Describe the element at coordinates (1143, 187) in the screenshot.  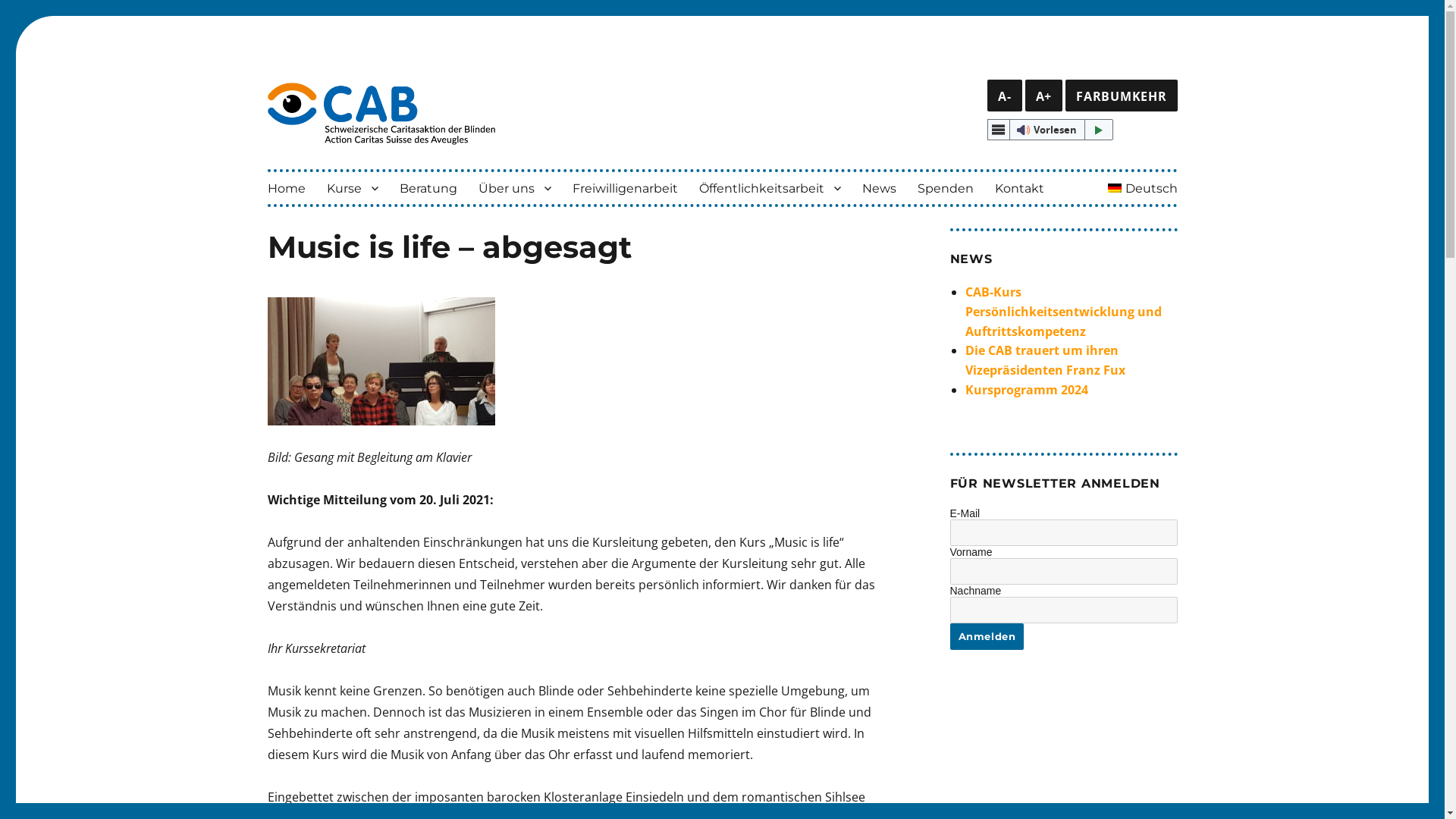
I see `'Deutsch'` at that location.